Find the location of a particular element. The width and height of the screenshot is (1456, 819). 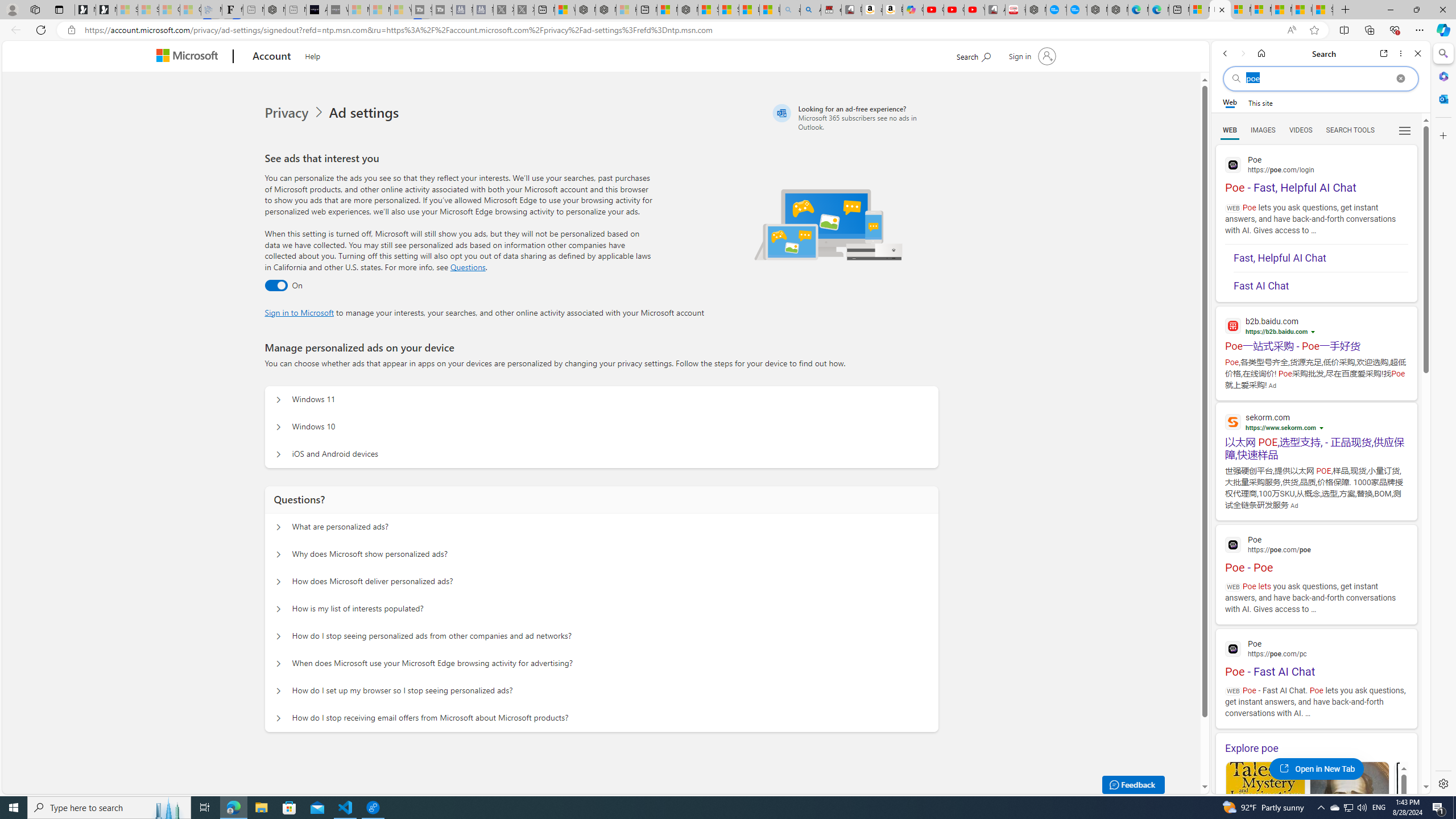

'Manage personalized ads on your device Windows 11' is located at coordinates (278, 399).